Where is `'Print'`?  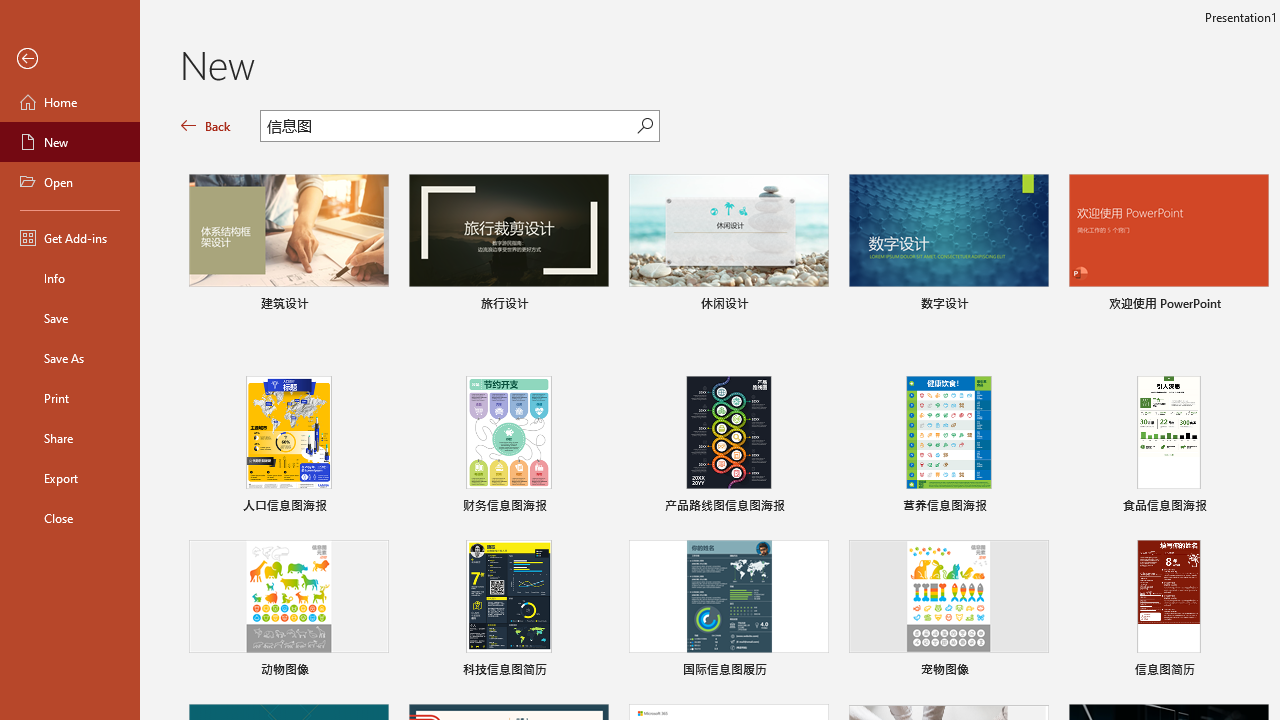
'Print' is located at coordinates (69, 398).